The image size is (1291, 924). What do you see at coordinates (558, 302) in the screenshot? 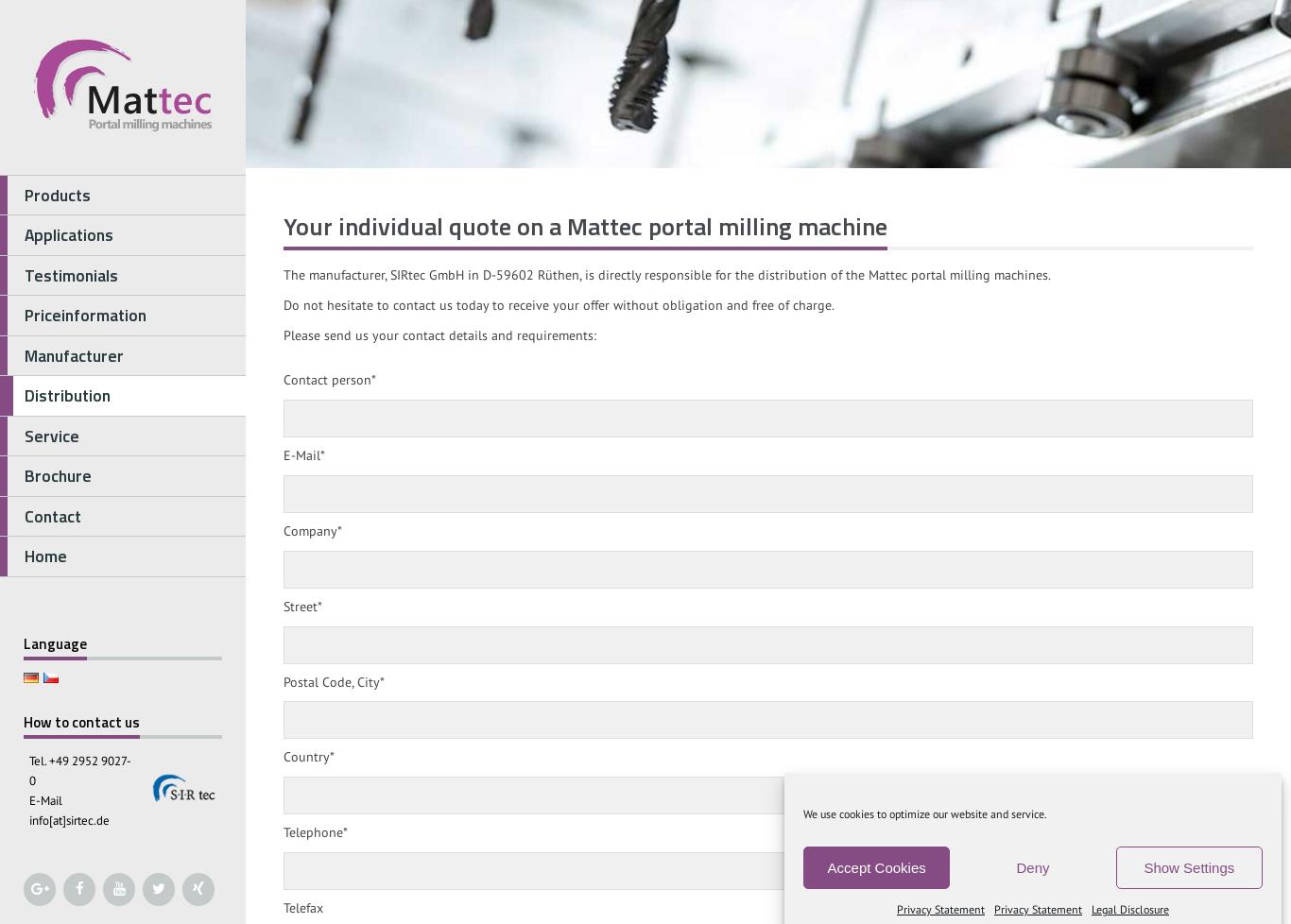
I see `'Do not hesitate to contact us today to receive your offer without obligation and free of charge.'` at bounding box center [558, 302].